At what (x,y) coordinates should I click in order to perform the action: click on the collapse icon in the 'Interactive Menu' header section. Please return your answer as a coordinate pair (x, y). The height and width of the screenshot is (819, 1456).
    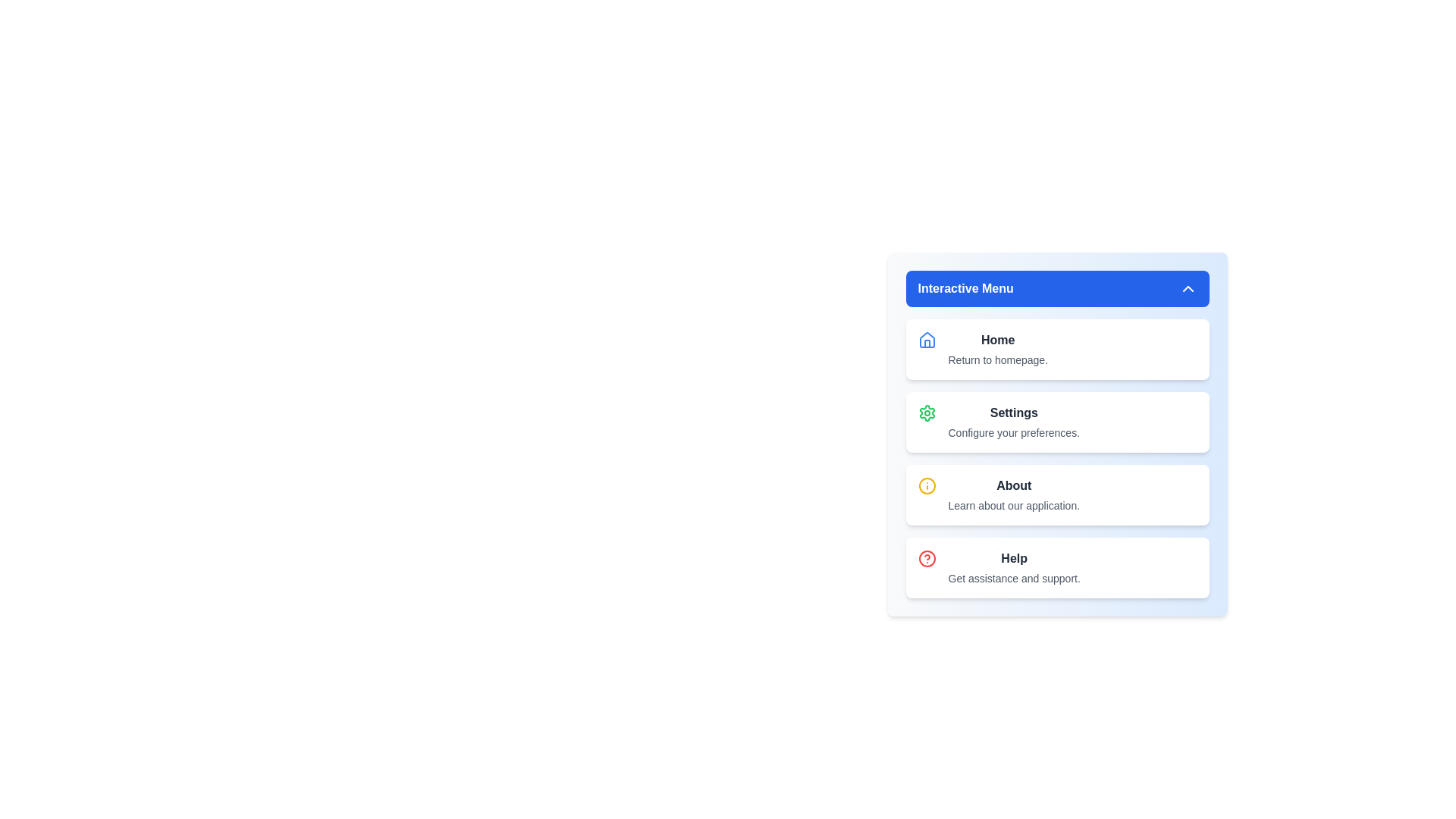
    Looking at the image, I should click on (1187, 289).